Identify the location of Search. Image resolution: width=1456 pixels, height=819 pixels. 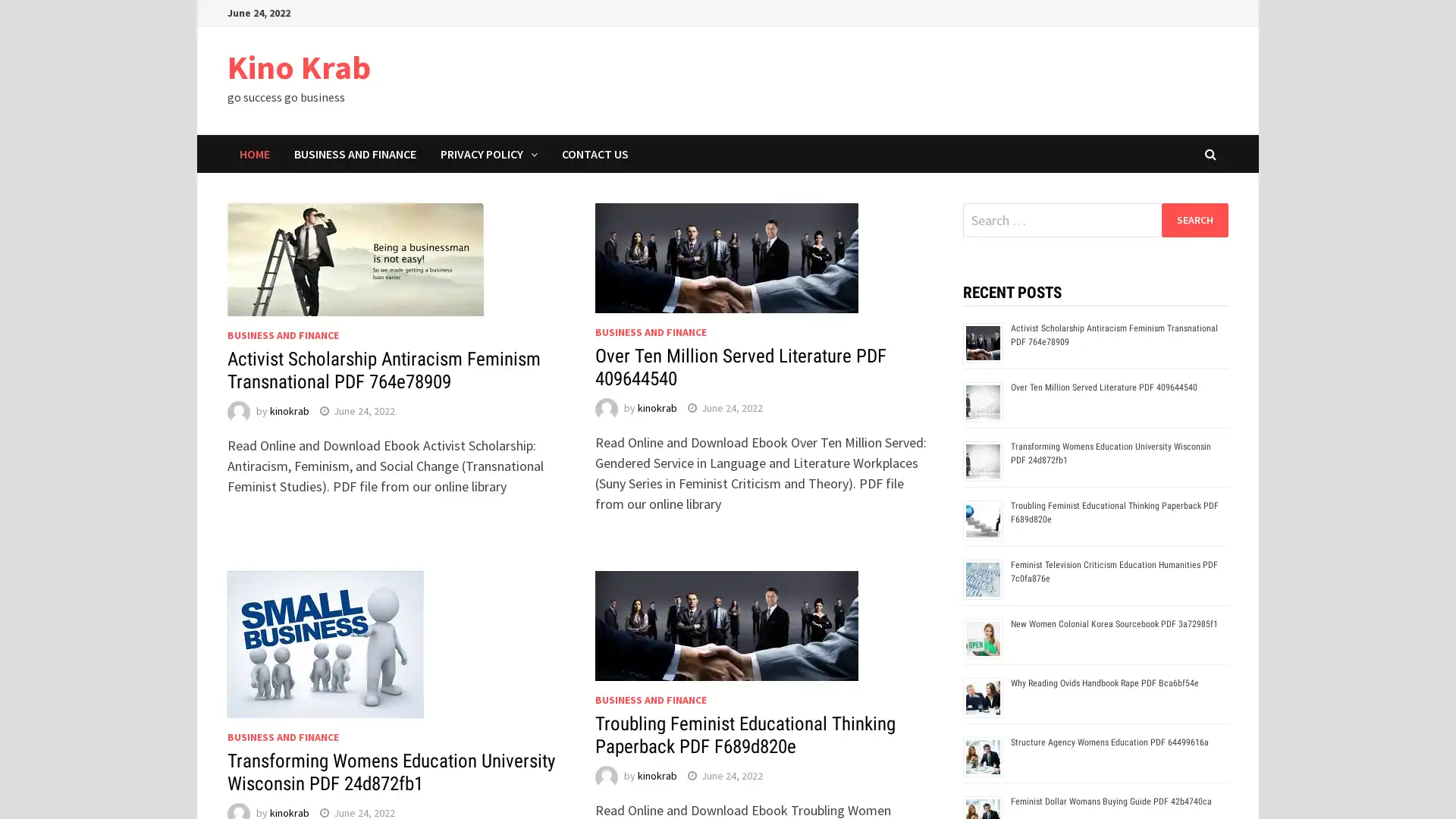
(1194, 219).